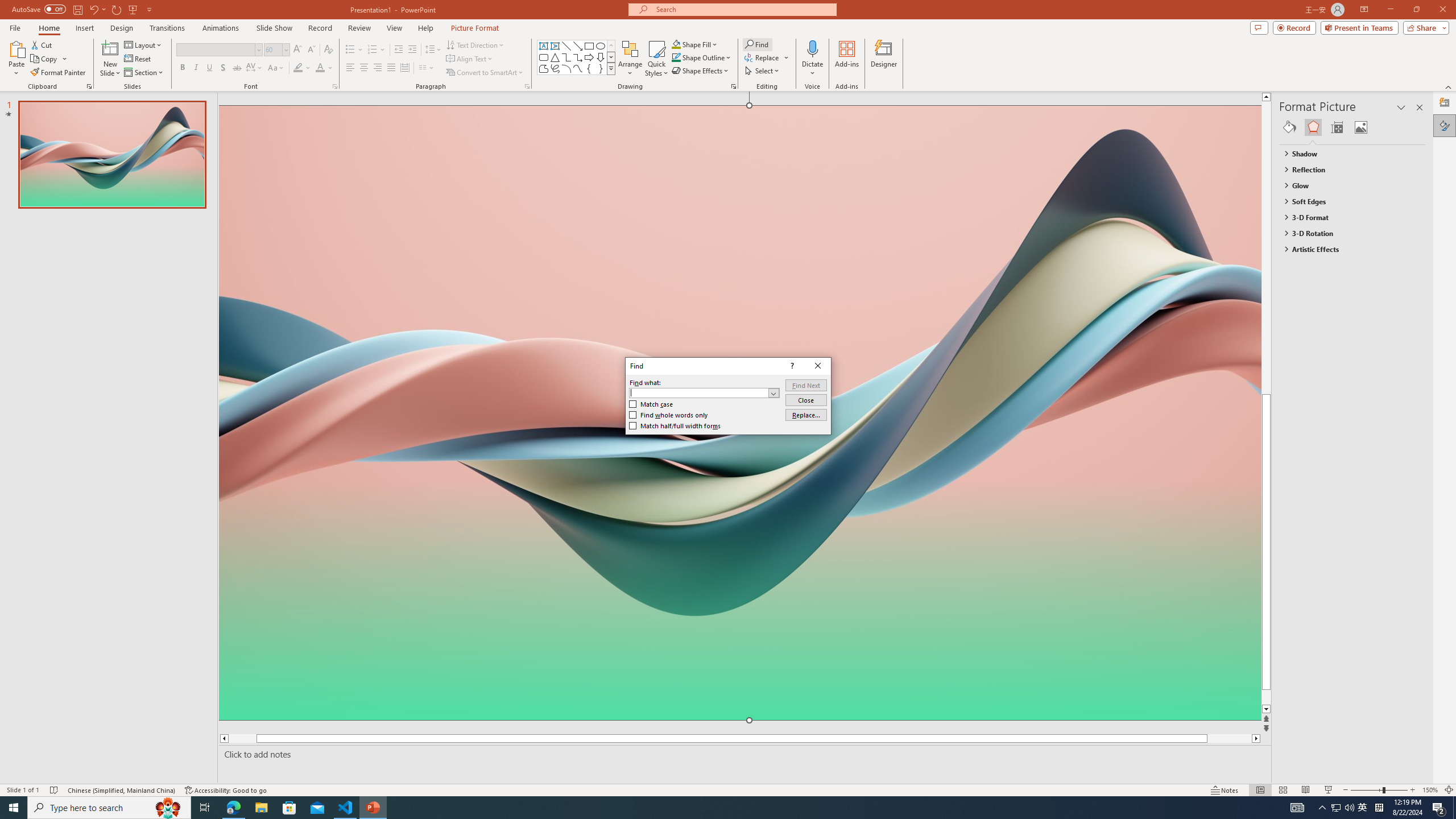 This screenshot has height=819, width=1456. Describe the element at coordinates (470, 59) in the screenshot. I see `'Align Text'` at that location.